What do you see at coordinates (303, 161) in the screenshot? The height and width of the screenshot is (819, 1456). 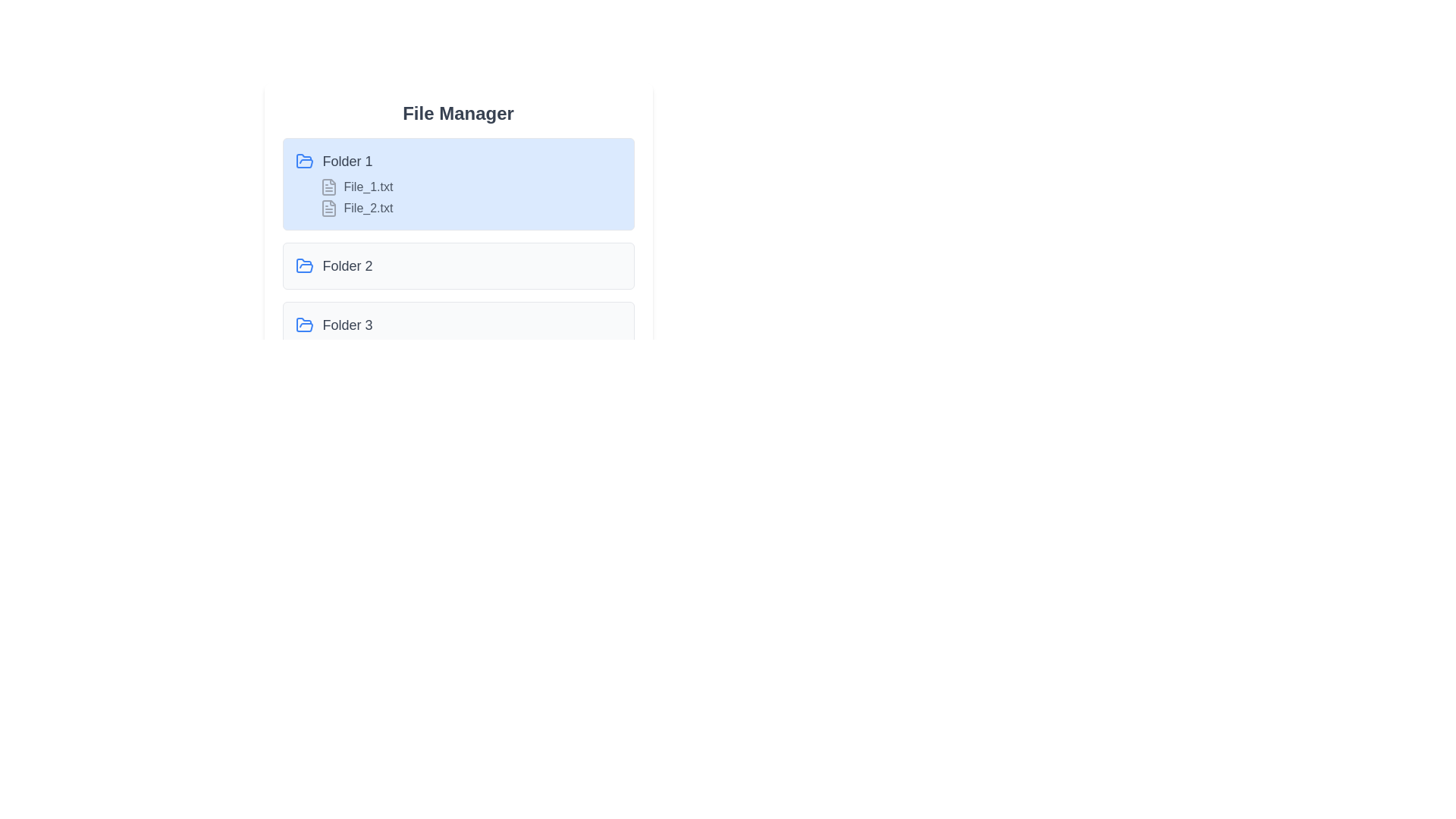 I see `the folder icon, which is a blue outlined icon representing a folder, located to the left of the label 'Folder 1' in the file manager interface` at bounding box center [303, 161].